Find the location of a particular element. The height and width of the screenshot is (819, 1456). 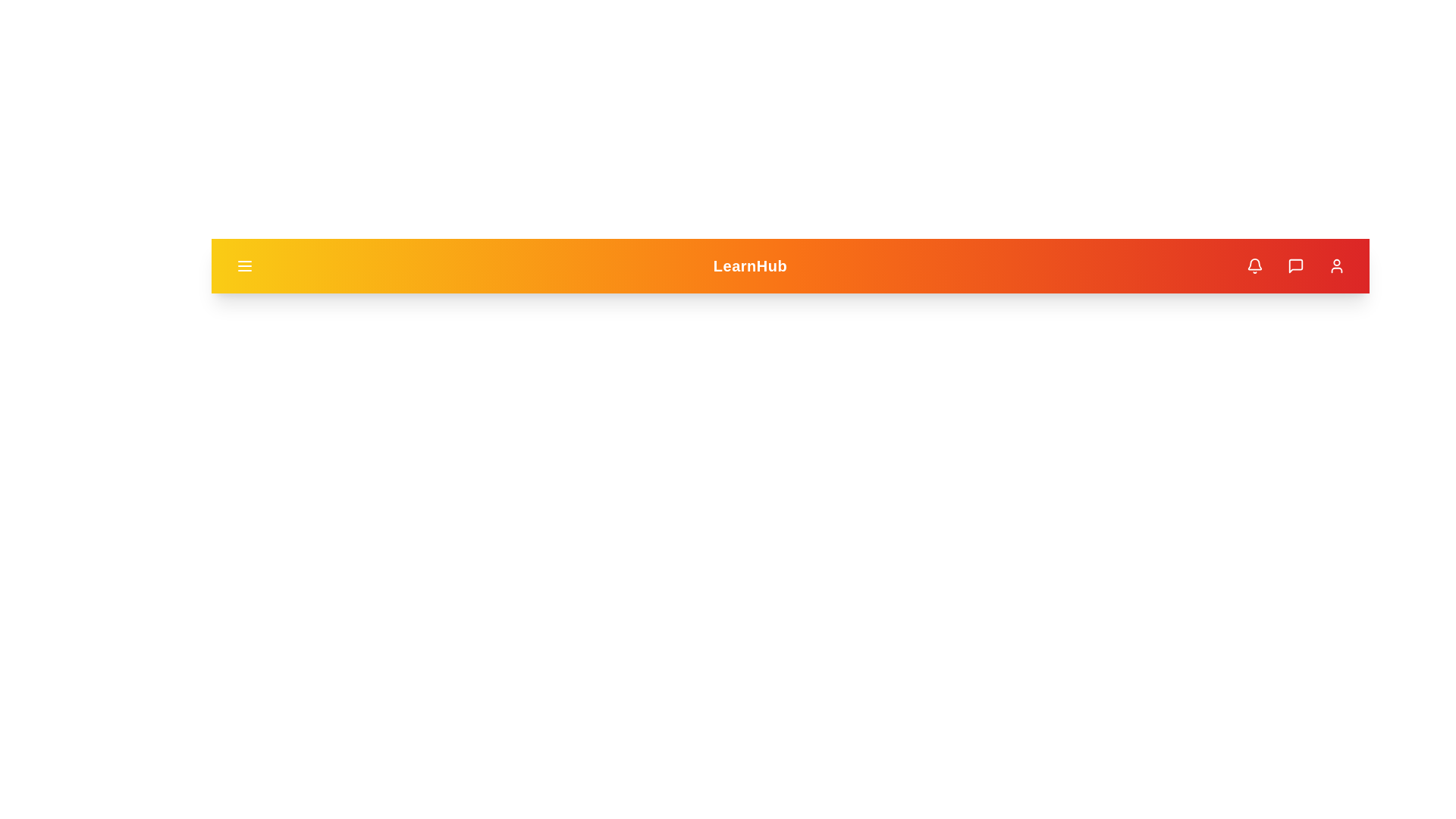

the menu button to toggle the menu is located at coordinates (244, 265).